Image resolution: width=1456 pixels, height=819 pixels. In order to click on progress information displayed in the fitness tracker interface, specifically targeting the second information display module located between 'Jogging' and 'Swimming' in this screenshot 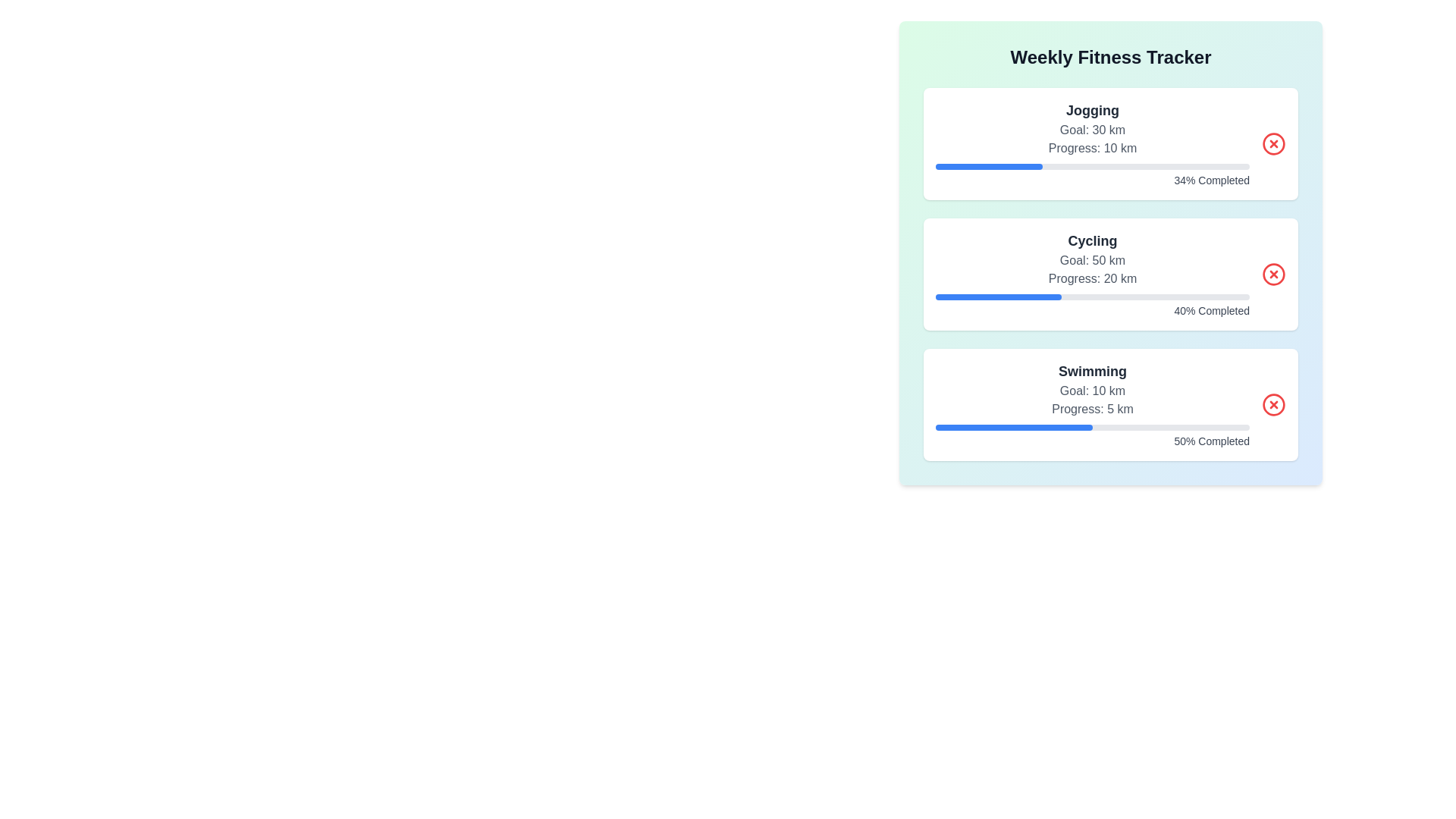, I will do `click(1092, 275)`.